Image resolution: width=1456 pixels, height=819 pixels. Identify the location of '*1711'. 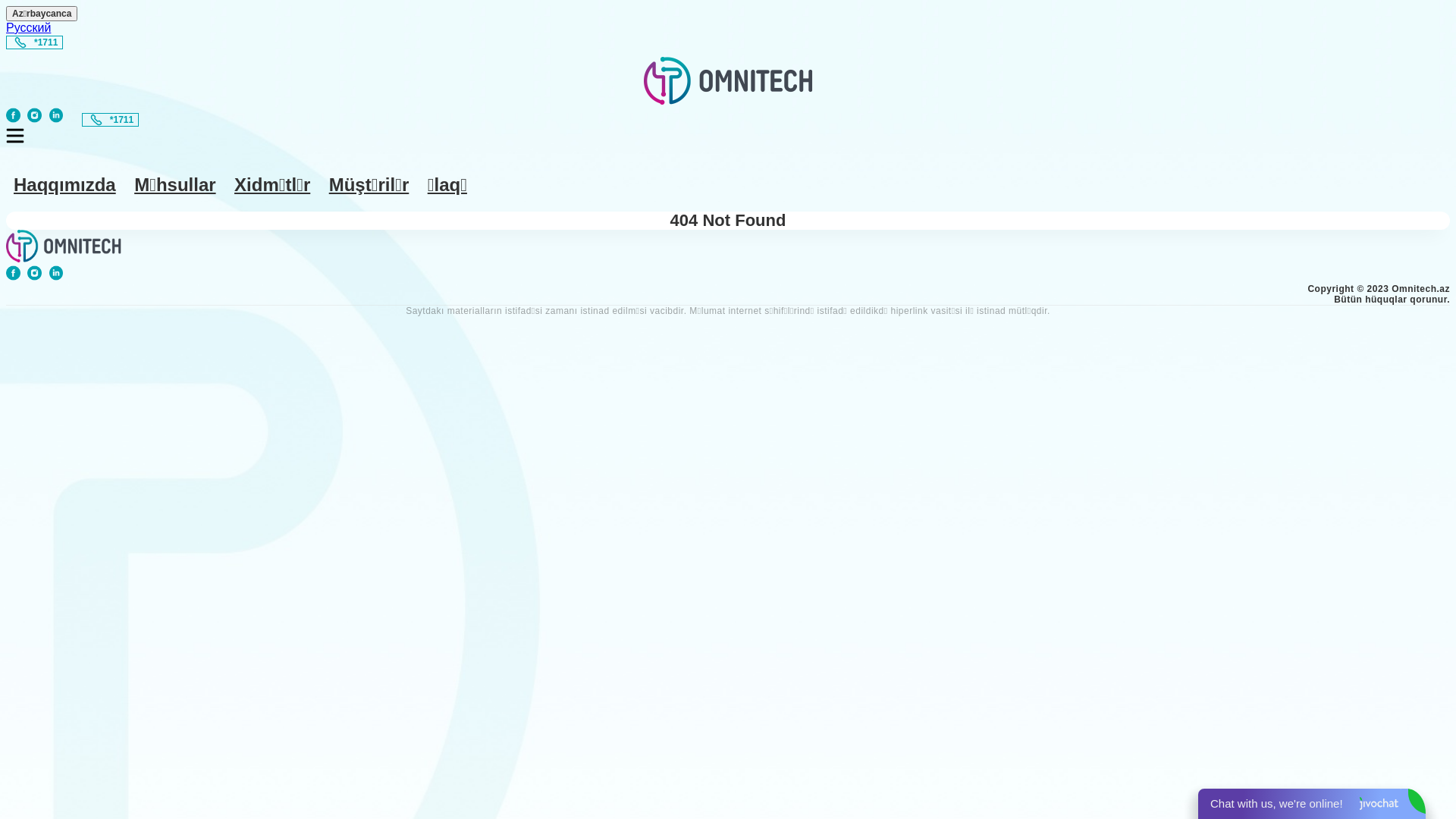
(109, 119).